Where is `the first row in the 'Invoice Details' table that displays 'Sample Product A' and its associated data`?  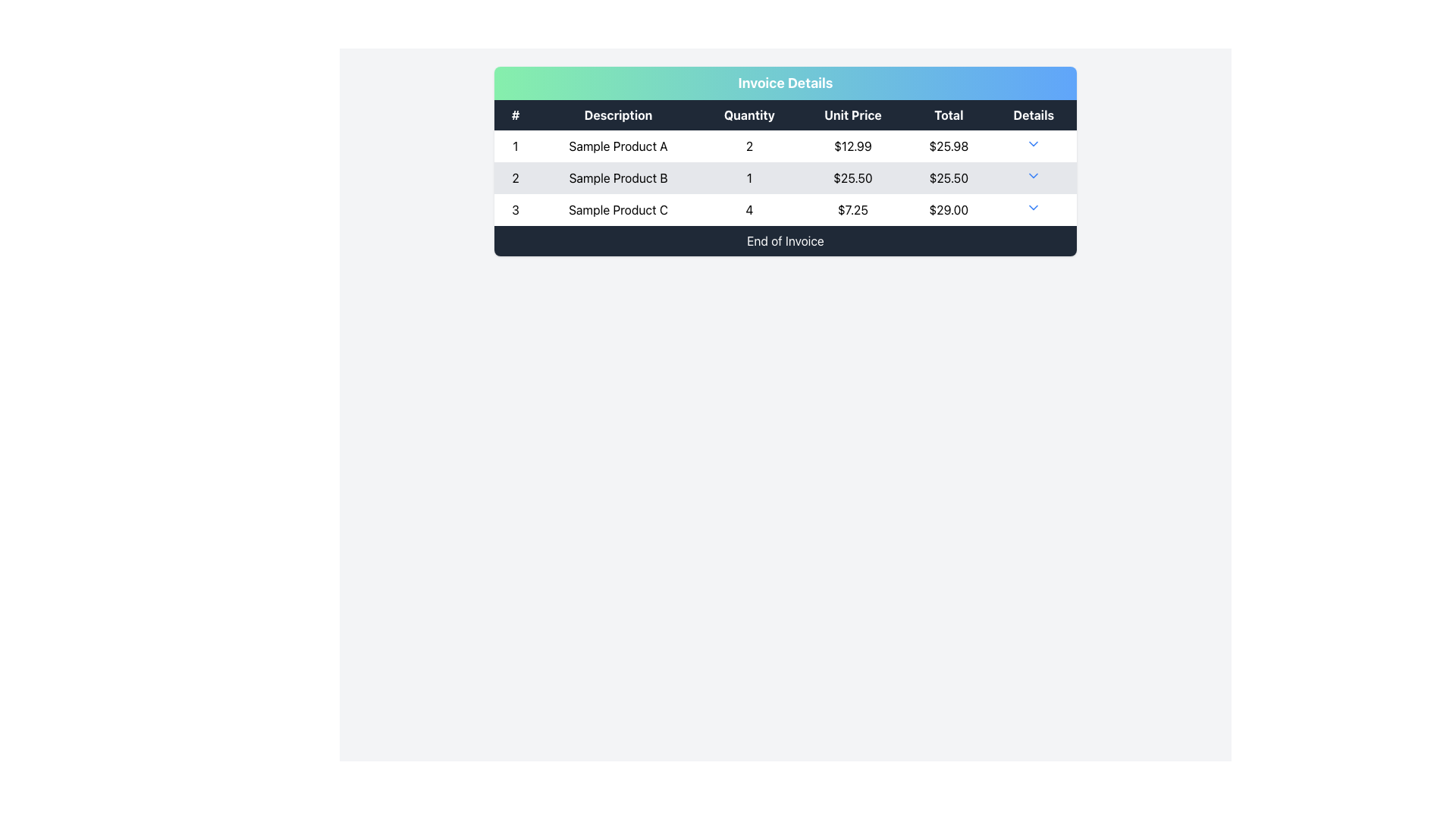 the first row in the 'Invoice Details' table that displays 'Sample Product A' and its associated data is located at coordinates (786, 146).